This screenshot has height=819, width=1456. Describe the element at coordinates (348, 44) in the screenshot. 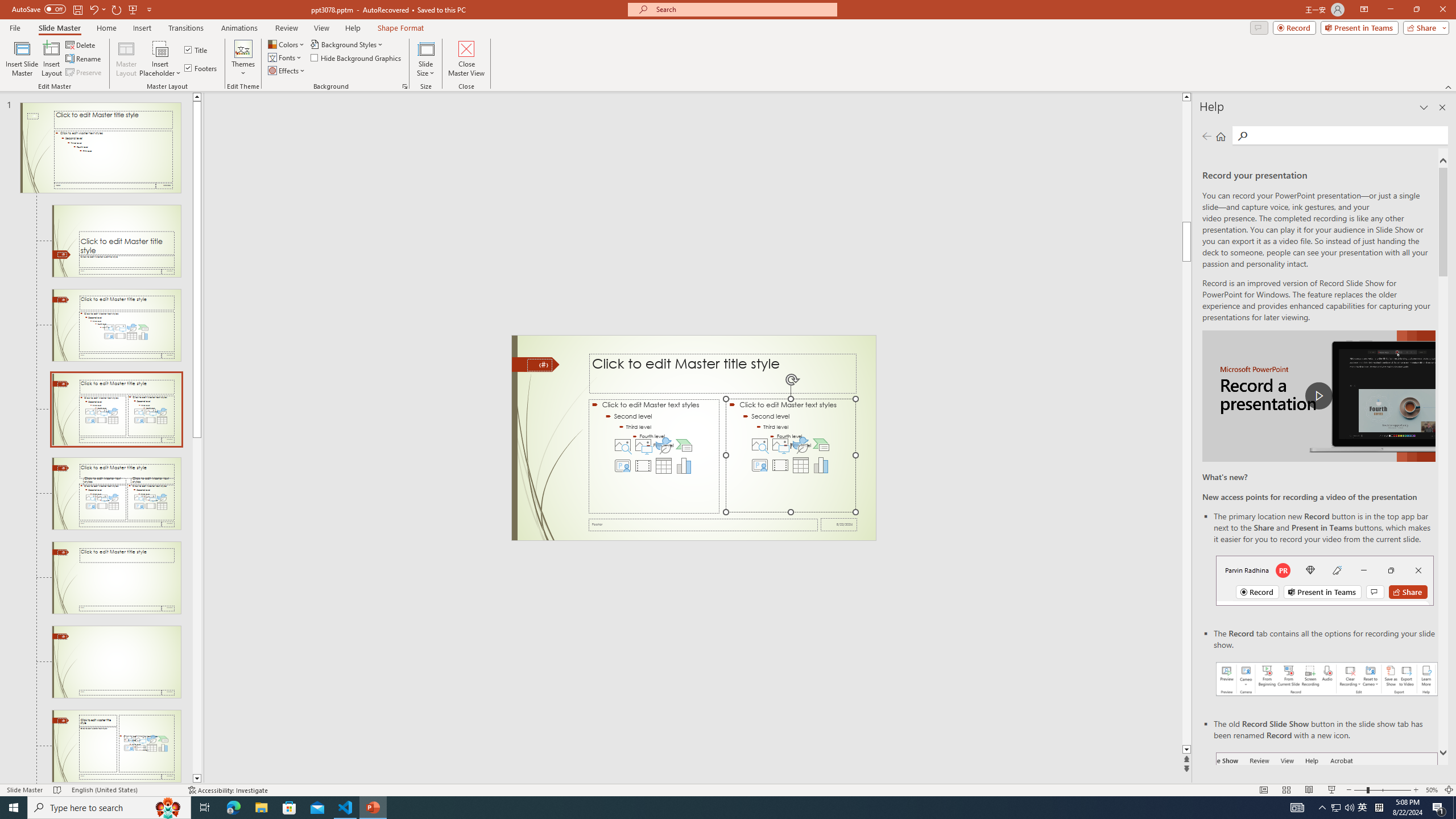

I see `'Background Styles'` at that location.